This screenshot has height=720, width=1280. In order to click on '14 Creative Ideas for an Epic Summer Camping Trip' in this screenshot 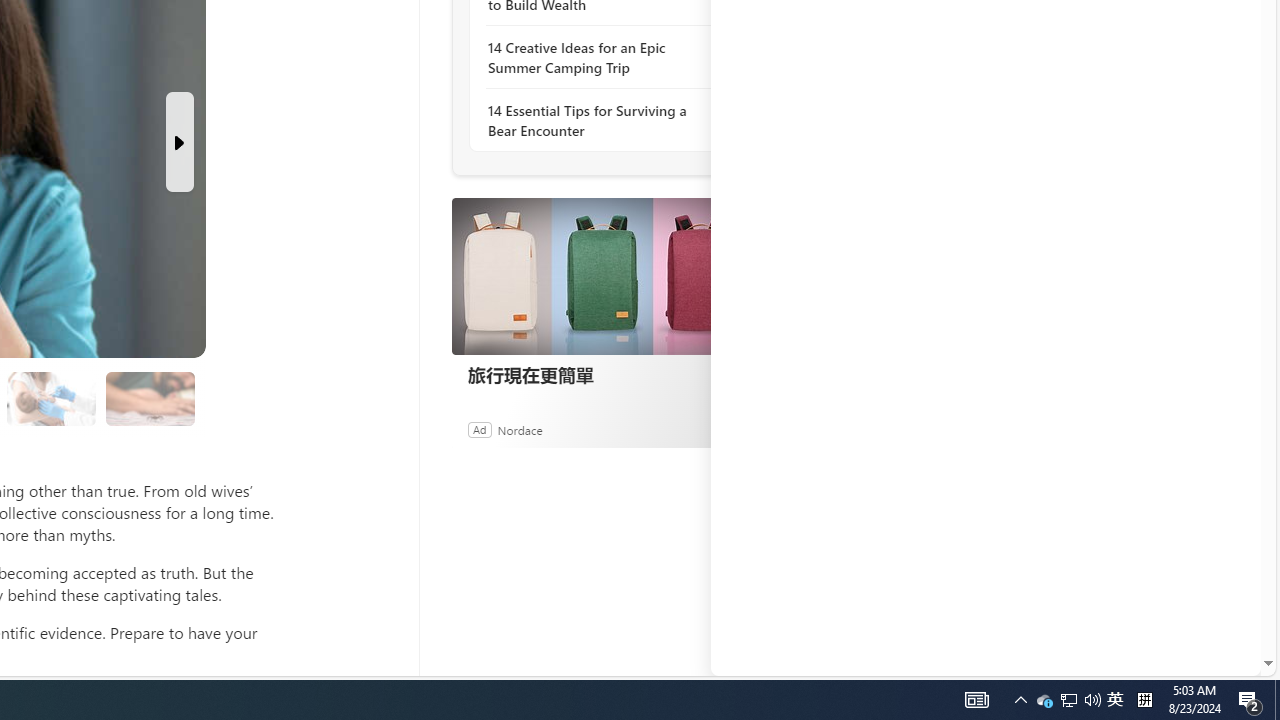, I will do `click(595, 56)`.